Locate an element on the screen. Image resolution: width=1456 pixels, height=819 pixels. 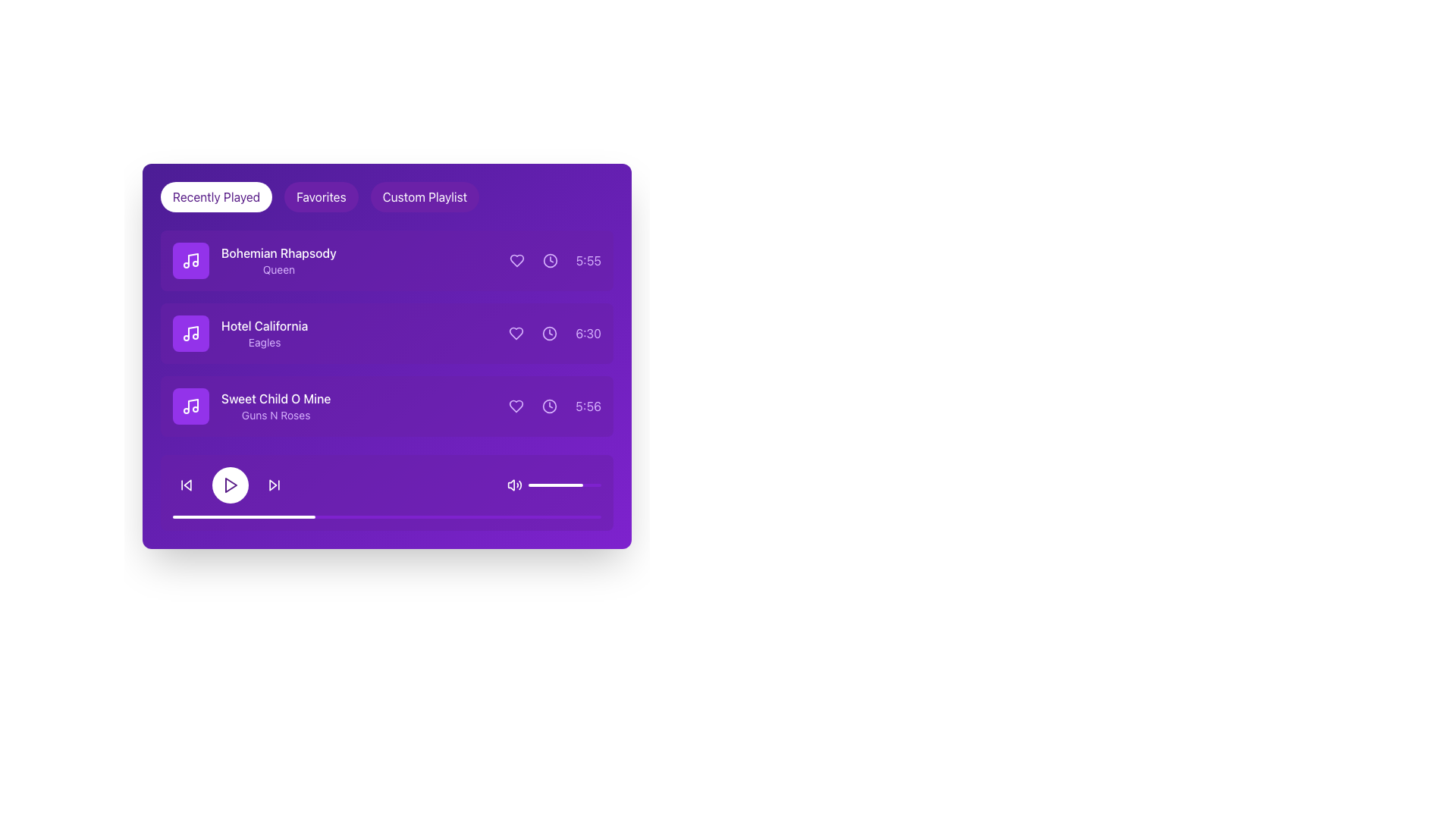
the progress bar is located at coordinates (210, 516).